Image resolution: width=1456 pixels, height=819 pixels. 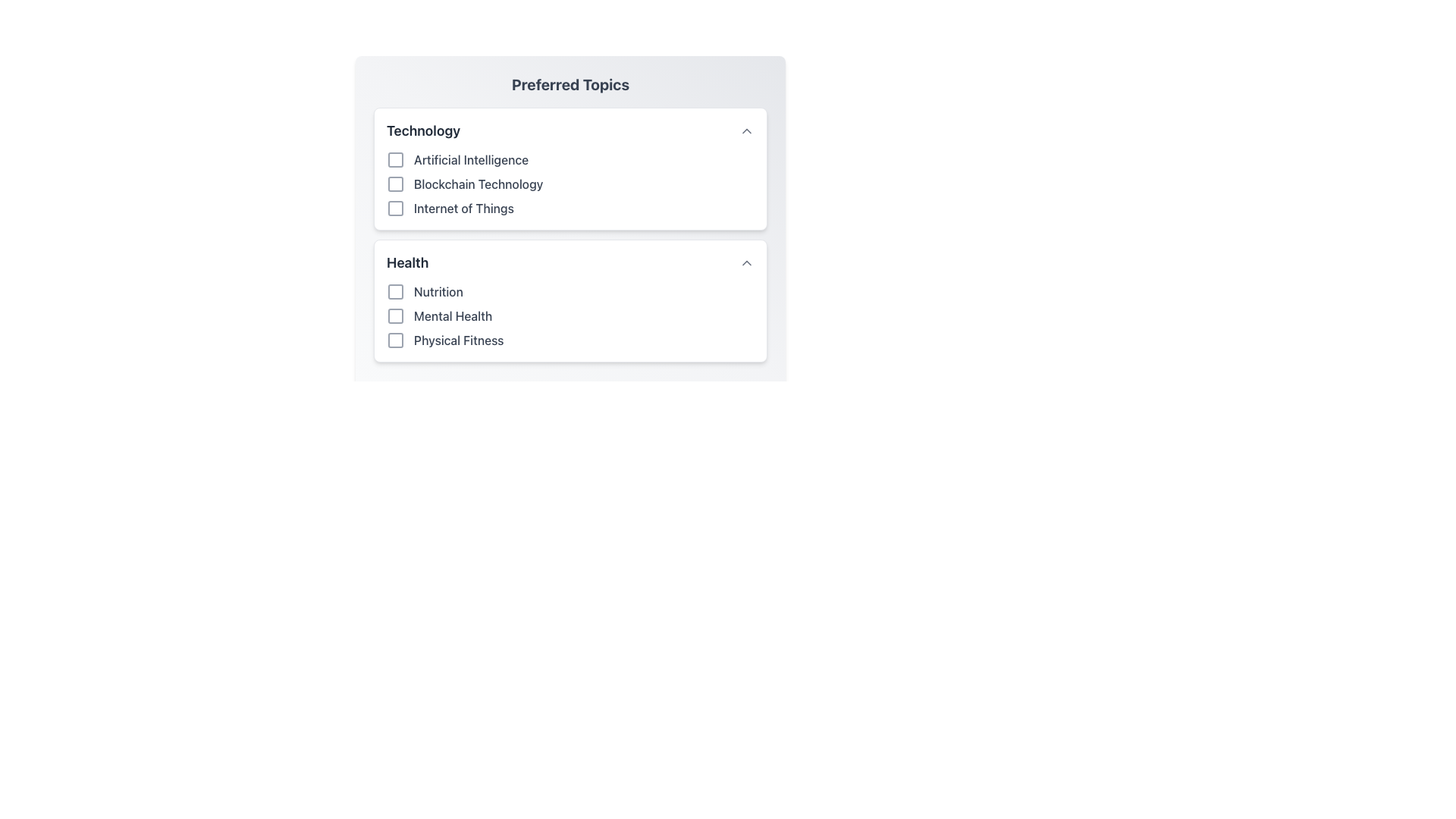 What do you see at coordinates (746, 130) in the screenshot?
I see `the collapse action button located to the far right of the 'Technology' section header to hide its contents` at bounding box center [746, 130].